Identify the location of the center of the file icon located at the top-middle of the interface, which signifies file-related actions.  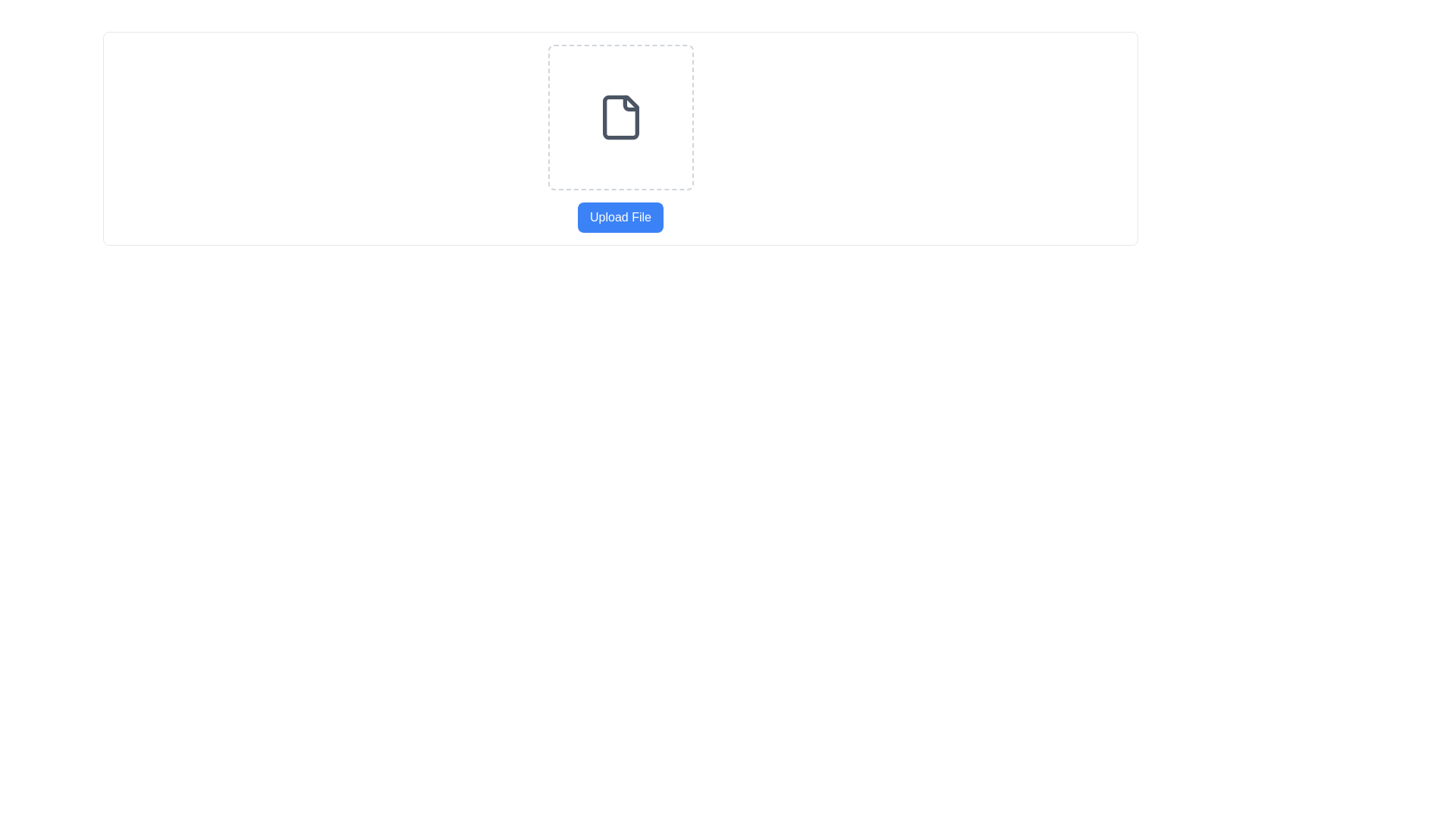
(620, 116).